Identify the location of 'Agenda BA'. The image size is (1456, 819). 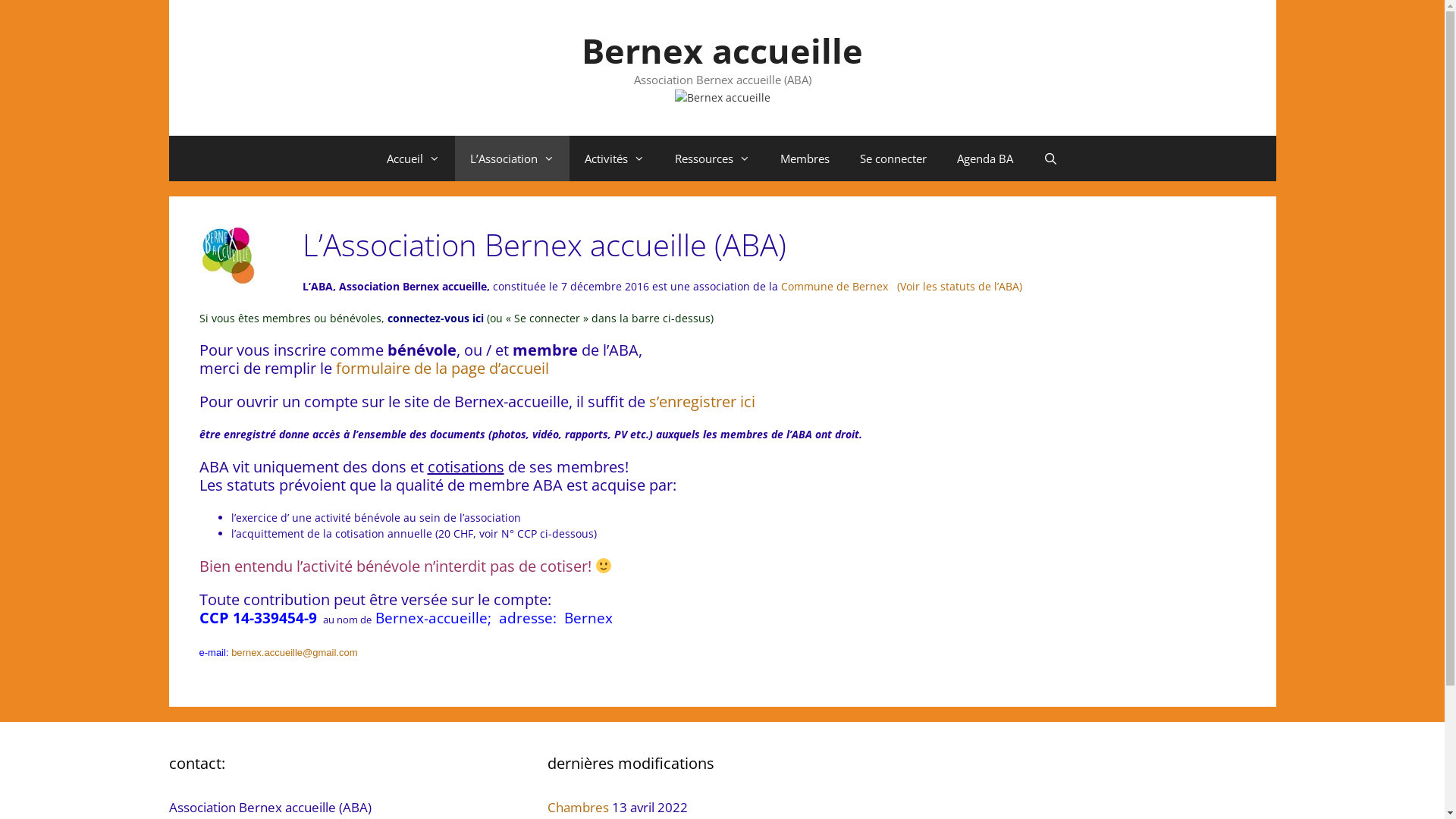
(941, 158).